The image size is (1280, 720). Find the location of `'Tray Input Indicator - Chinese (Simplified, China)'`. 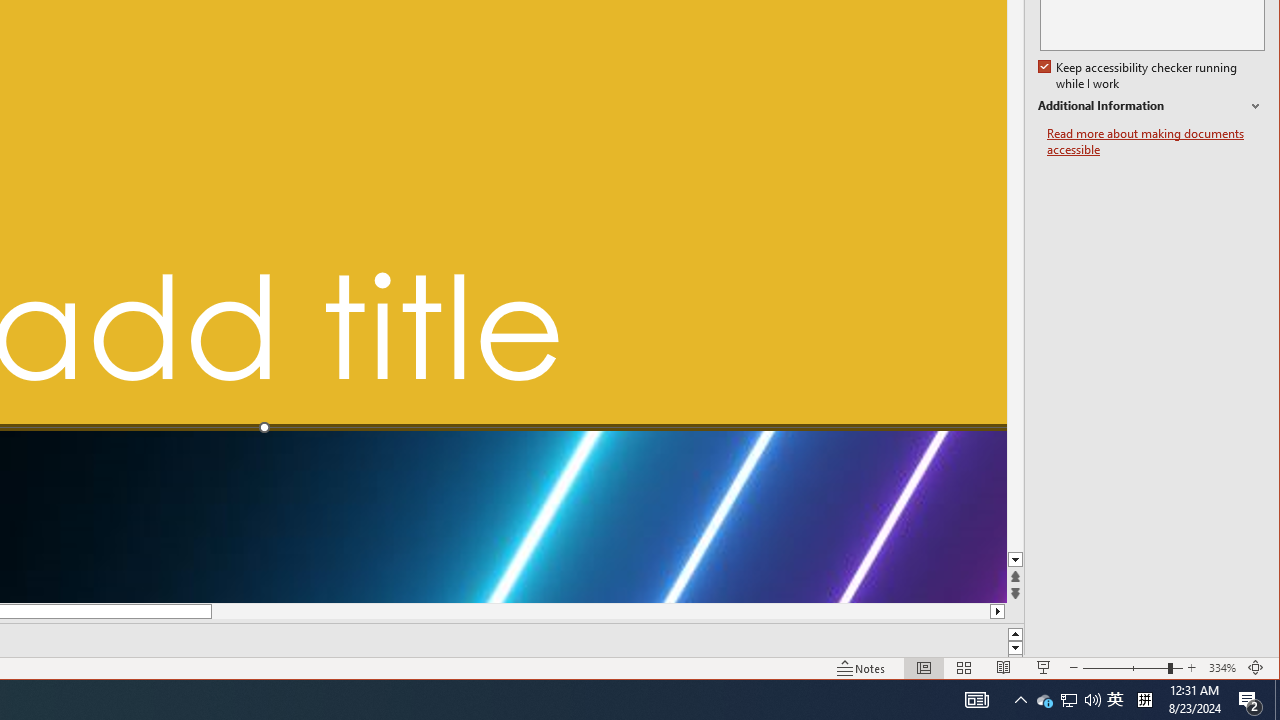

'Tray Input Indicator - Chinese (Simplified, China)' is located at coordinates (1144, 698).